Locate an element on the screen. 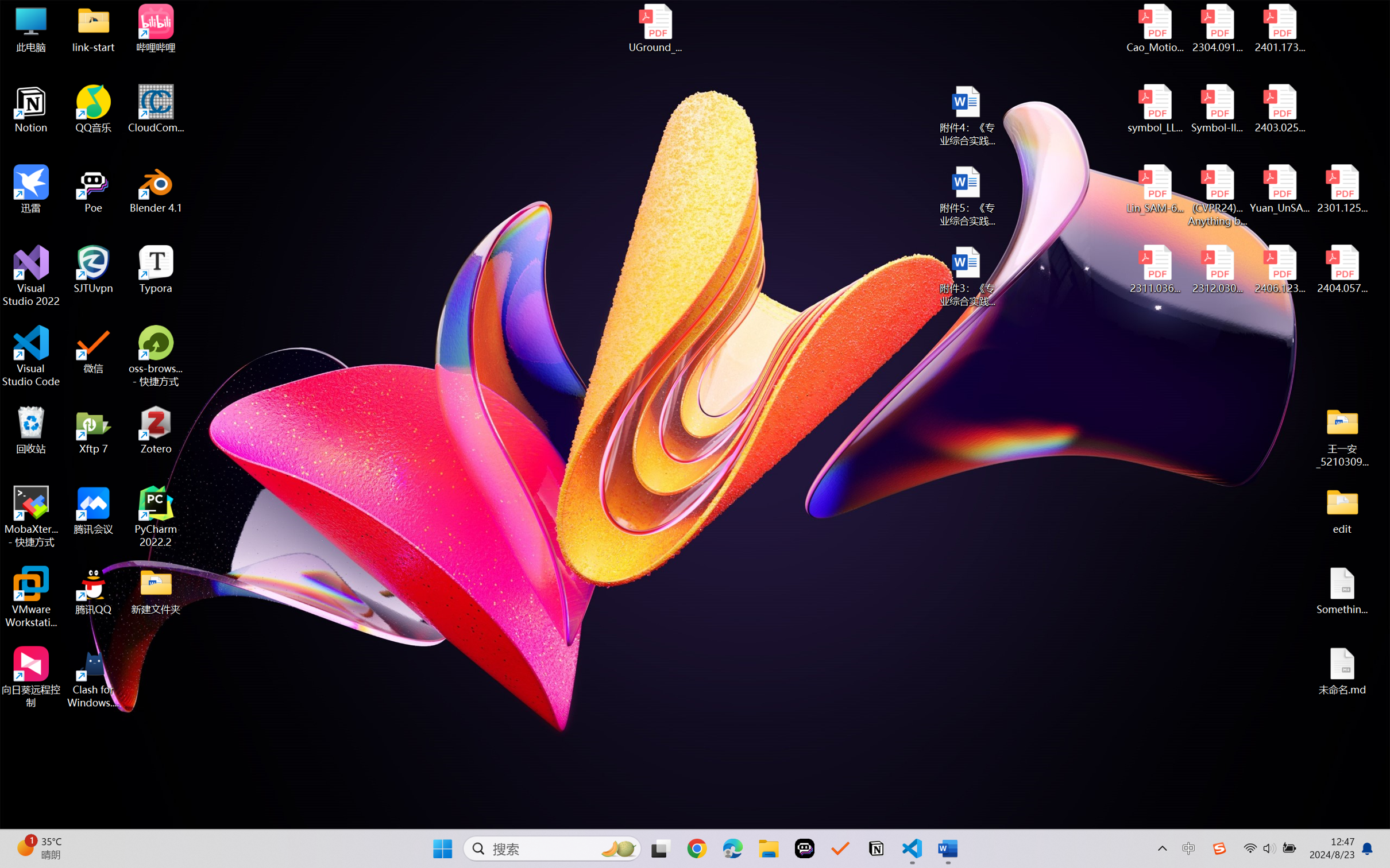  'PyCharm 2022.2' is located at coordinates (156, 517).